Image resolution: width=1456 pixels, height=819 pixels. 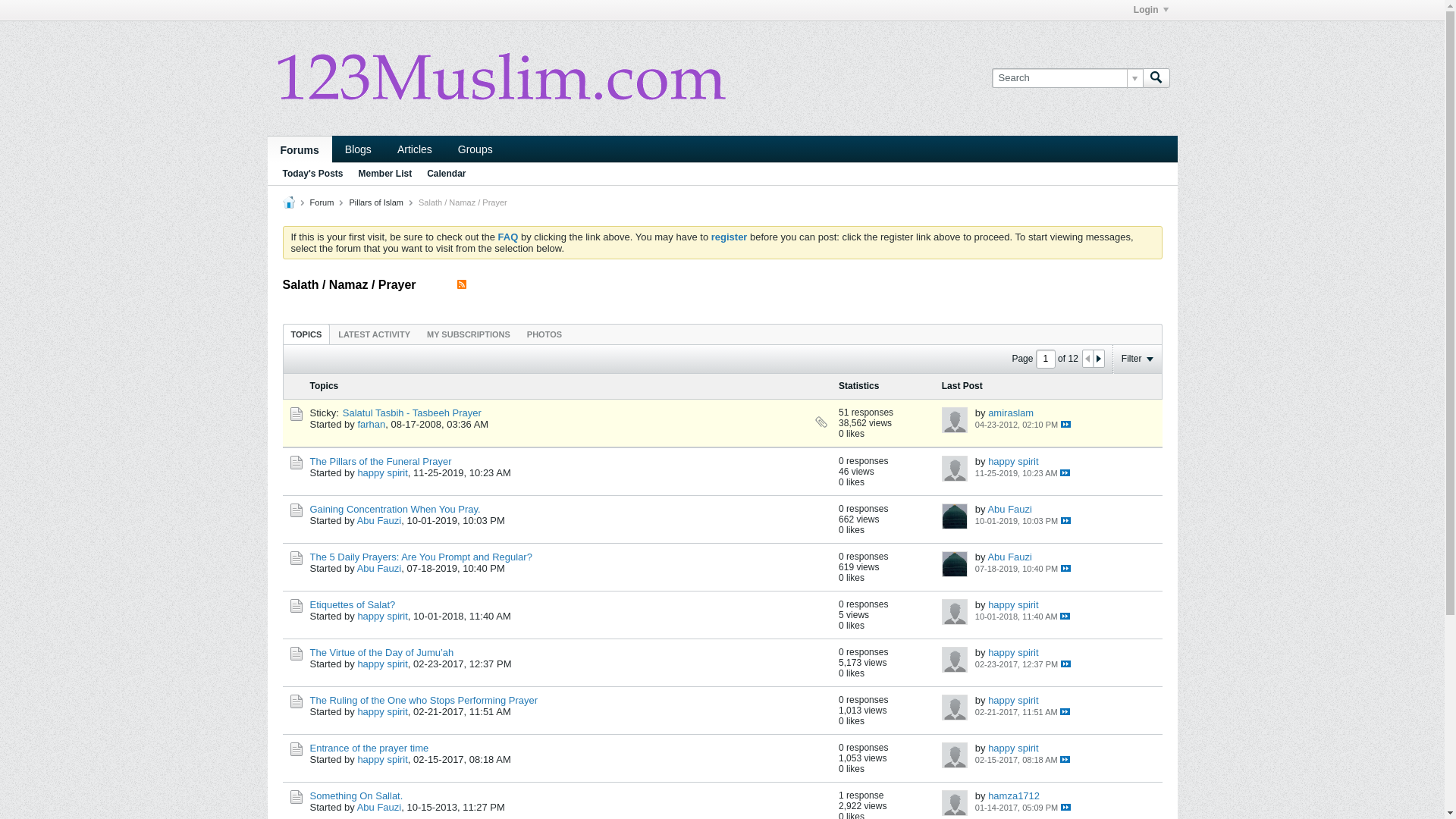 I want to click on 'Home', so click(x=287, y=201).